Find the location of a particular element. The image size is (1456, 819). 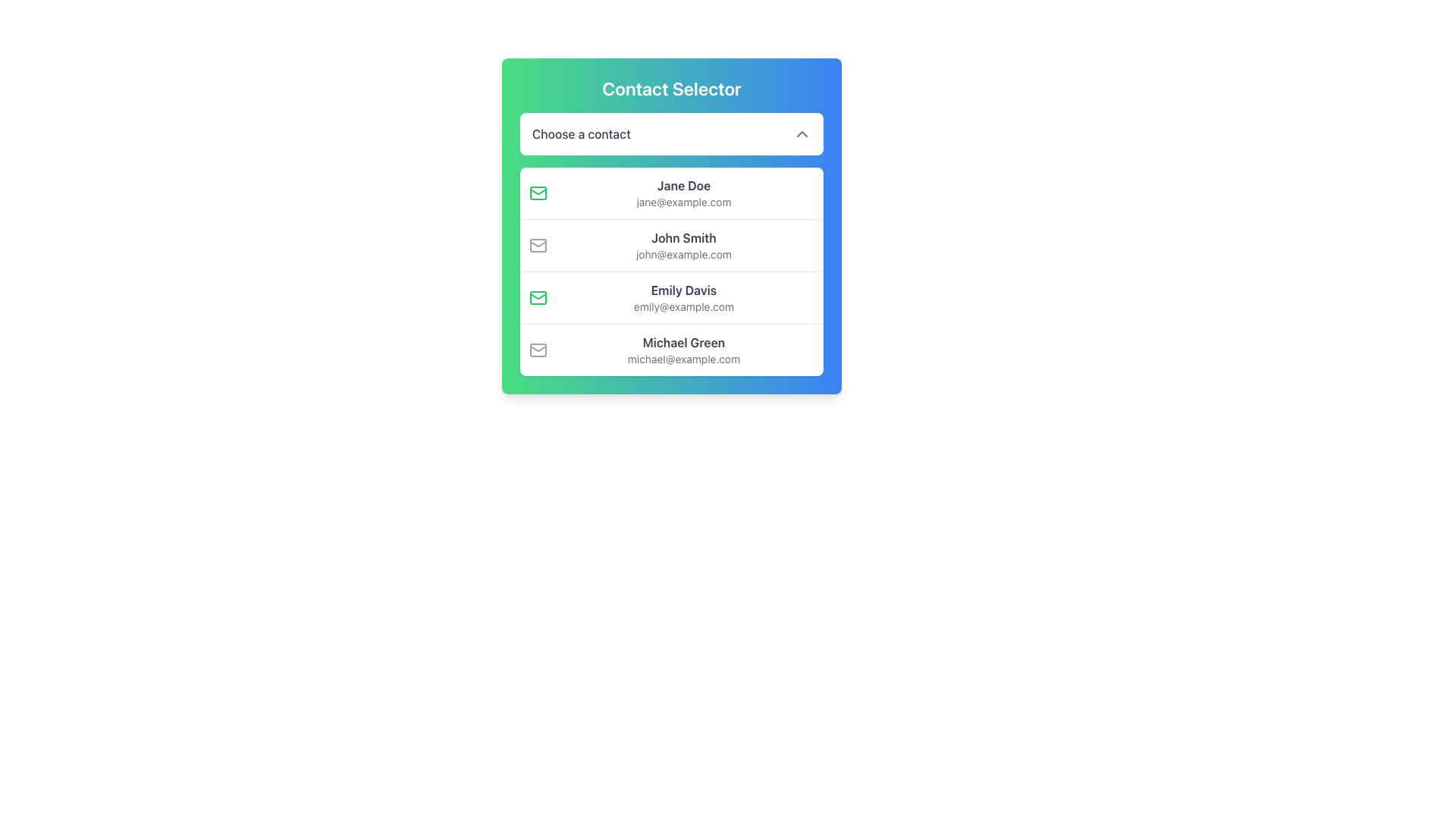

the static title element displaying 'Contact Selector', which is centered and bolded at the top of the dialog box is located at coordinates (671, 88).